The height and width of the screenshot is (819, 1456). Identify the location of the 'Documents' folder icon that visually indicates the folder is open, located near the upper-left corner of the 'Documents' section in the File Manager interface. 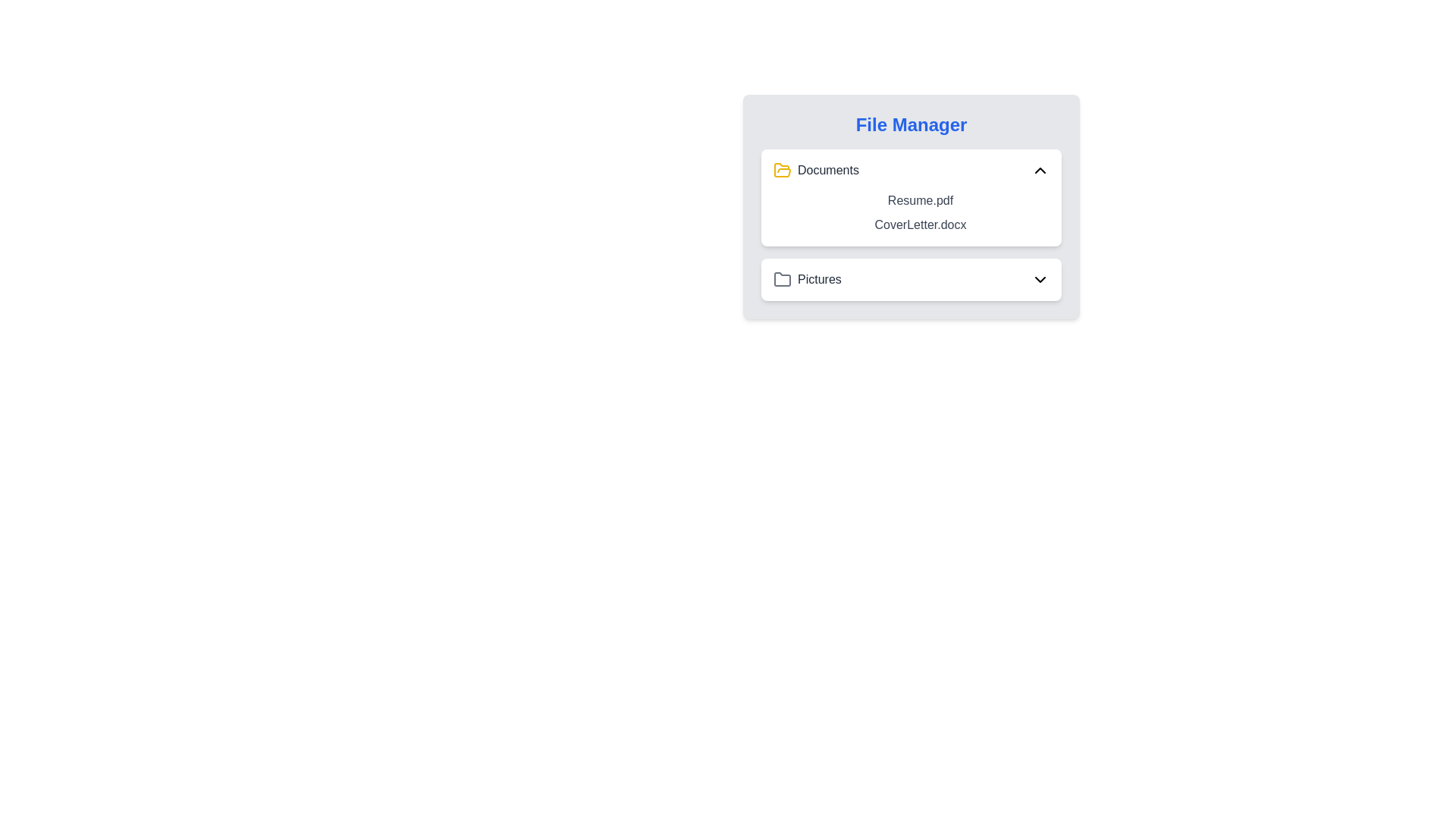
(783, 170).